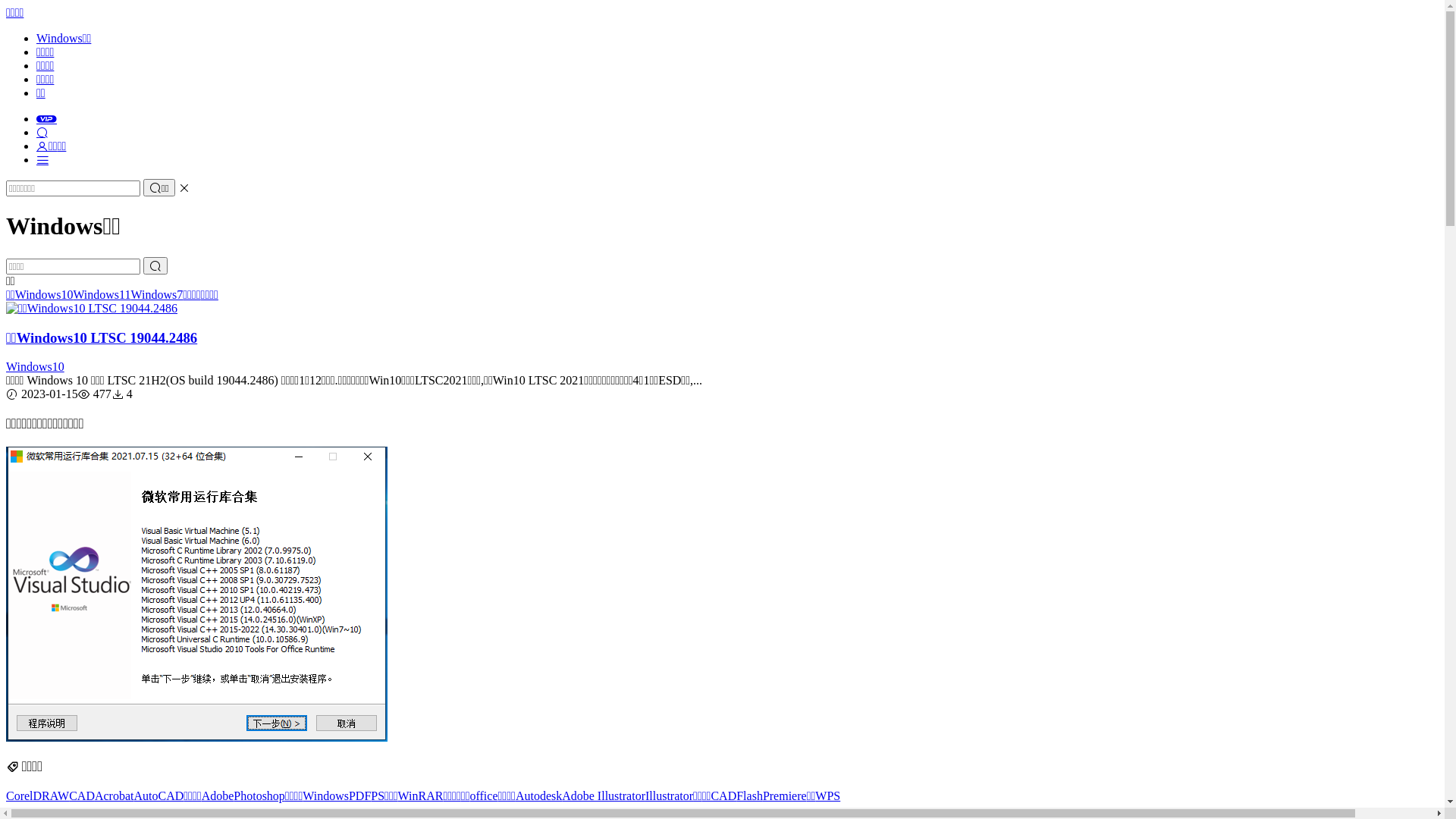 The image size is (1456, 819). Describe the element at coordinates (259, 795) in the screenshot. I see `'Photoshop'` at that location.